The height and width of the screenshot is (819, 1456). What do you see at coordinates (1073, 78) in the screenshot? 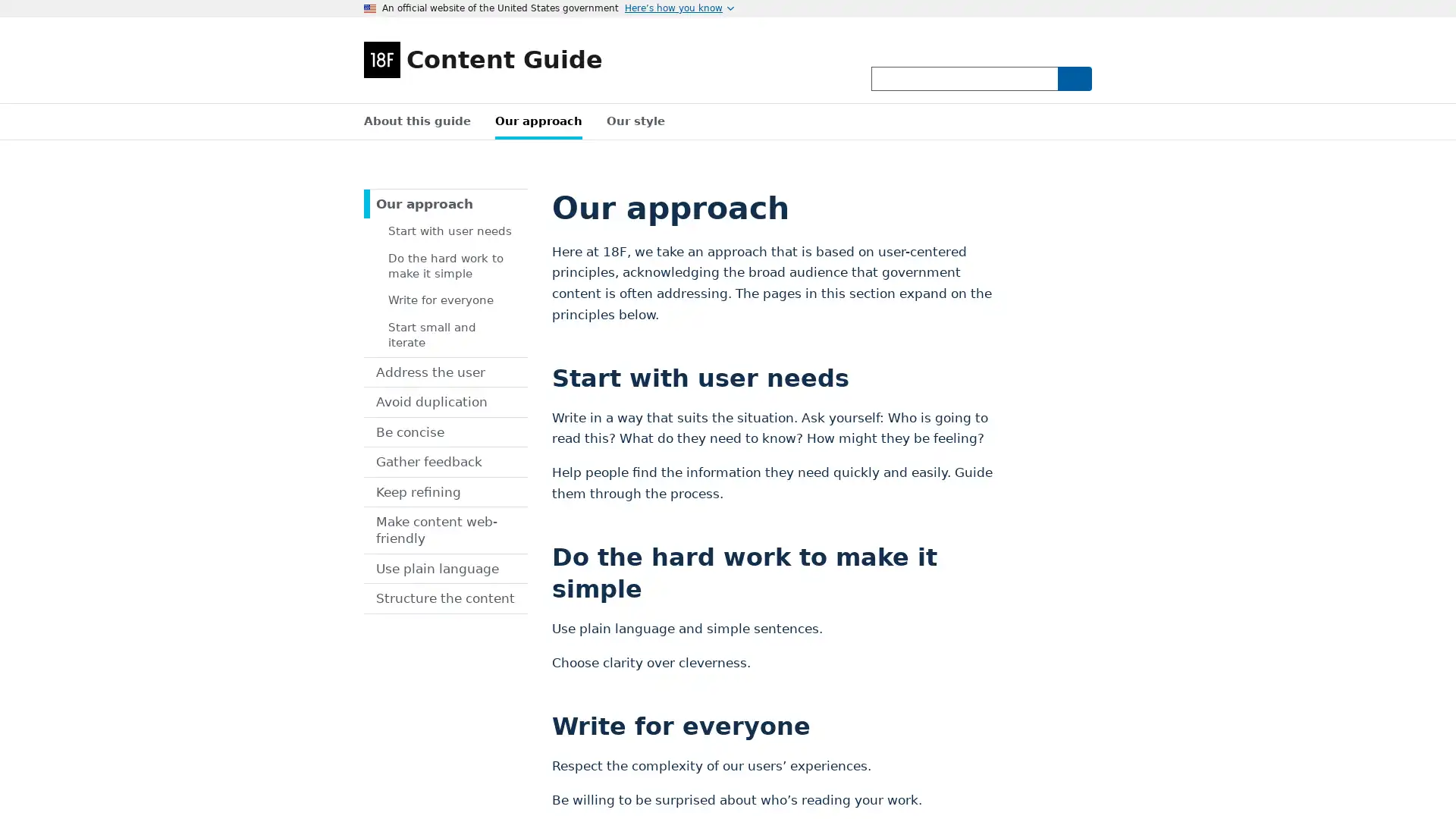
I see `Search` at bounding box center [1073, 78].